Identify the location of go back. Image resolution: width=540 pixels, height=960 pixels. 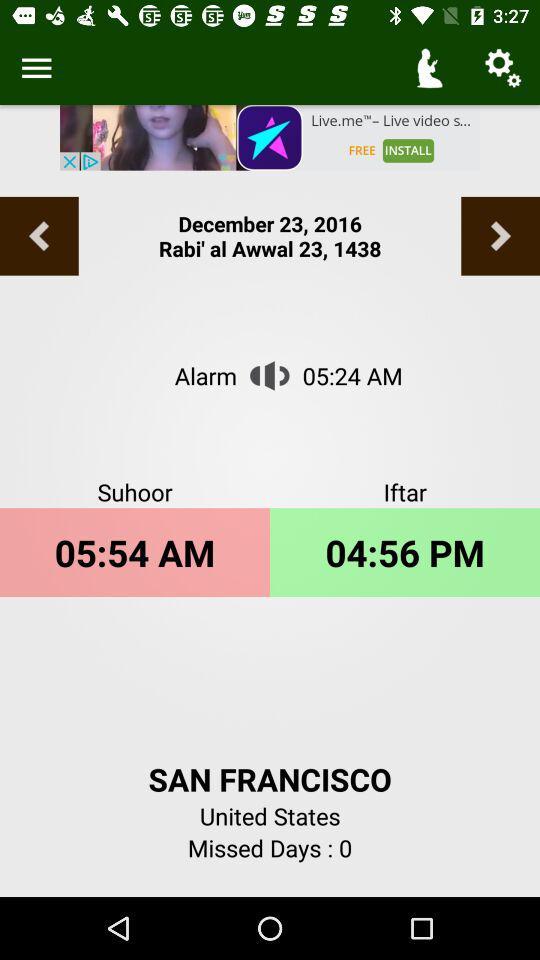
(39, 236).